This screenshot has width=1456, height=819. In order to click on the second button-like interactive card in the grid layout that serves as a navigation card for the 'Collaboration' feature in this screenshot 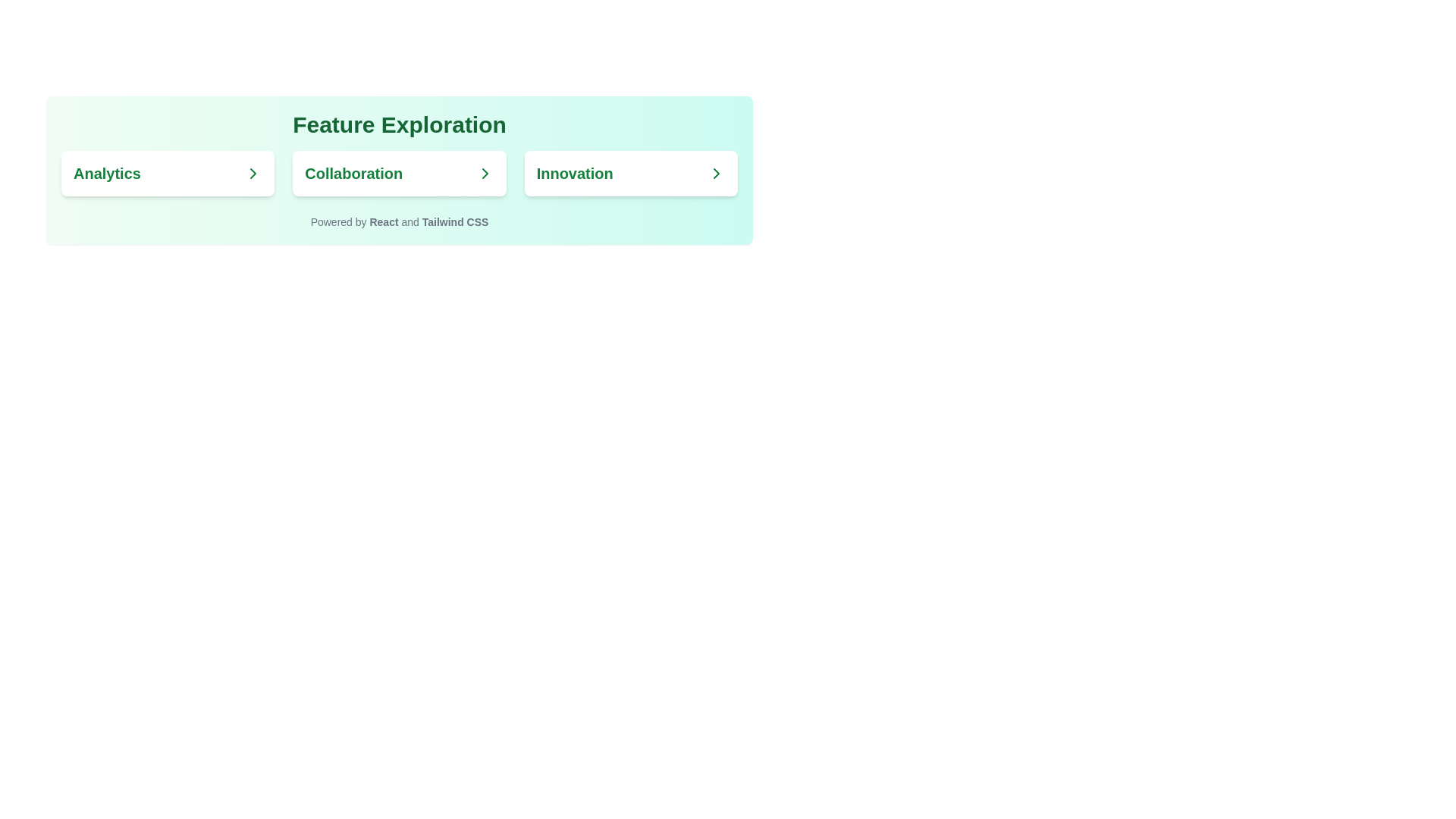, I will do `click(400, 172)`.